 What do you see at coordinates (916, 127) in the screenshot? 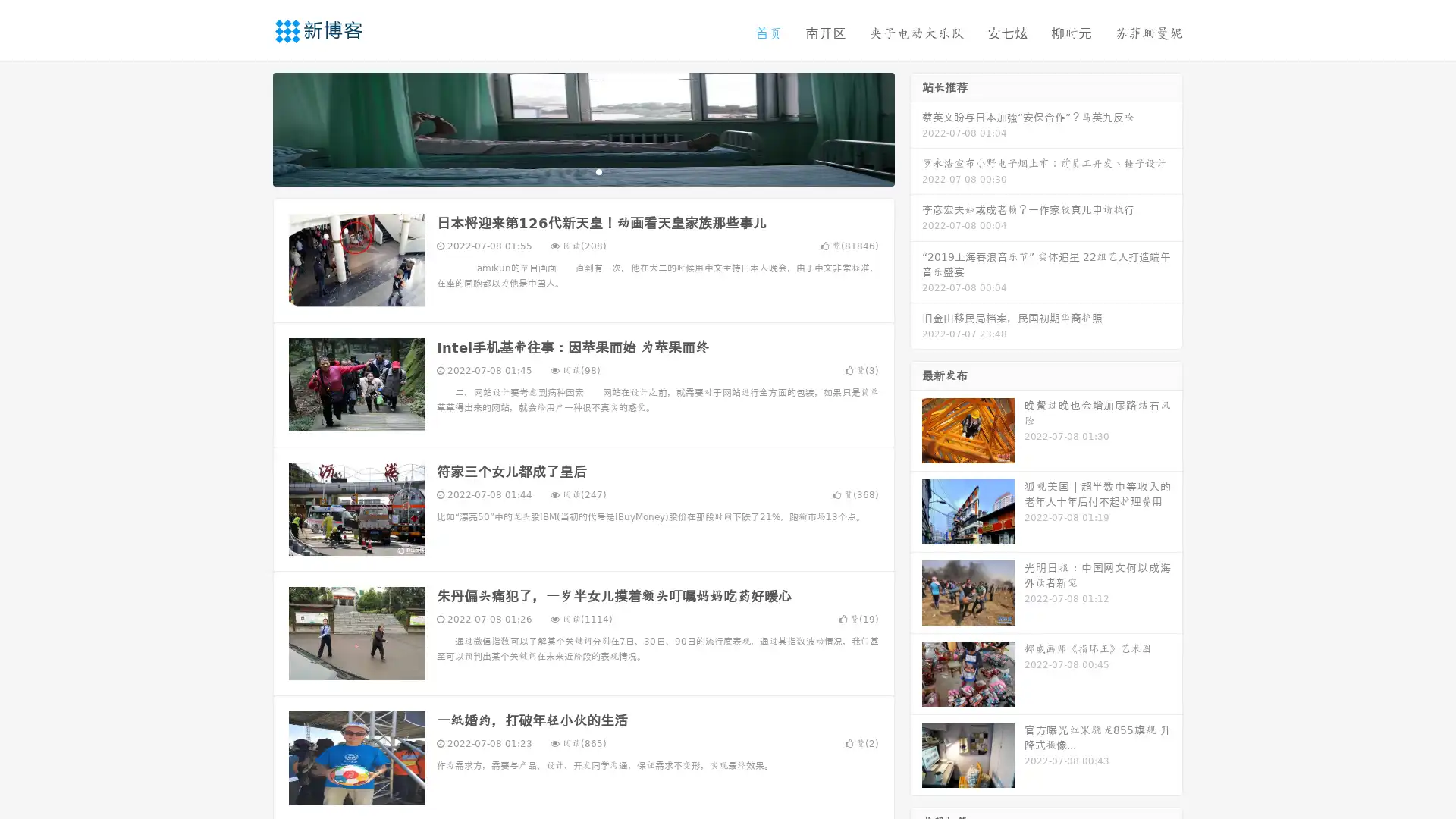
I see `Next slide` at bounding box center [916, 127].